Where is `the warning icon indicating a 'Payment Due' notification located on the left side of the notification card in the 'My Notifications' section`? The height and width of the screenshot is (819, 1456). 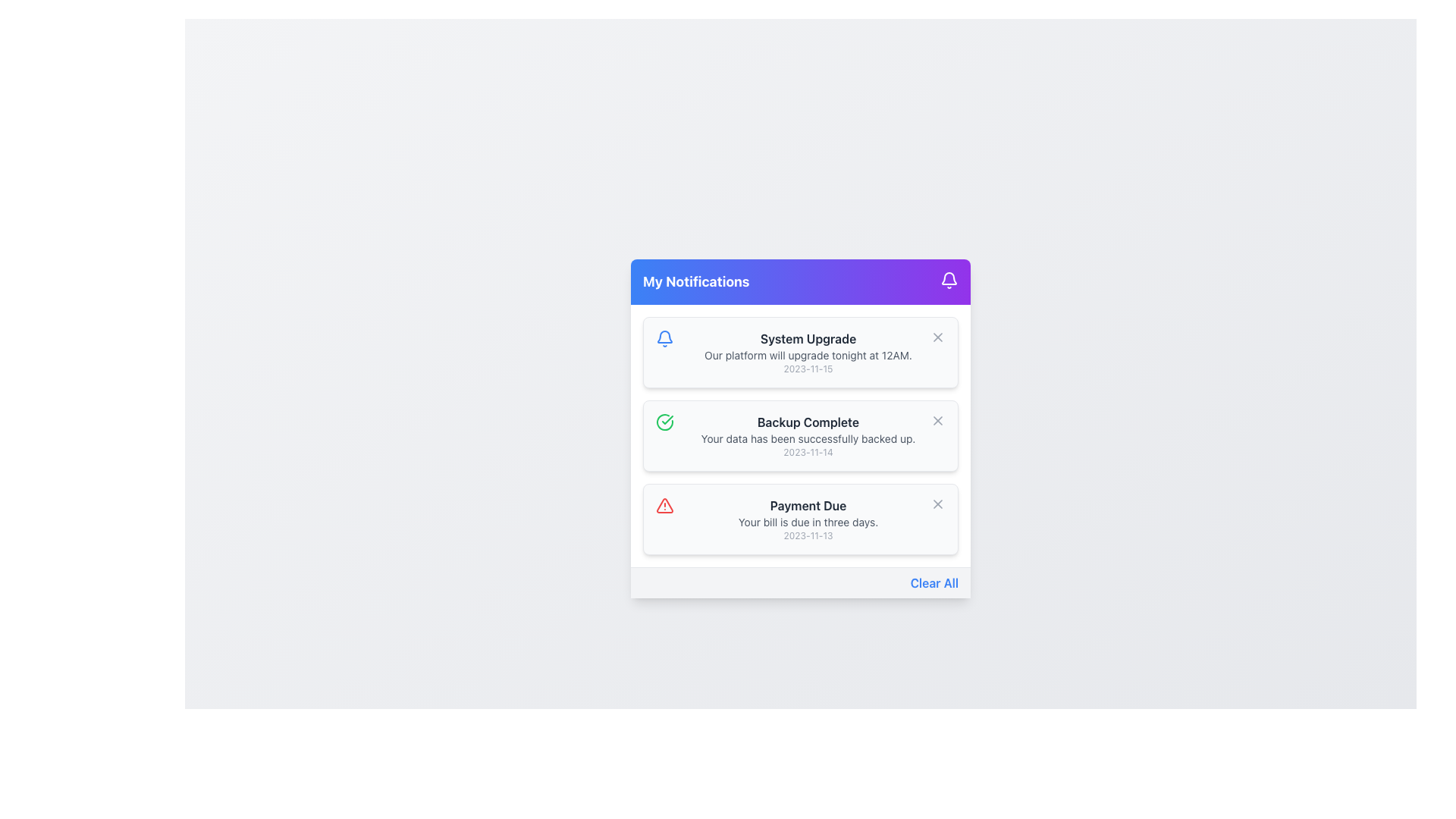 the warning icon indicating a 'Payment Due' notification located on the left side of the notification card in the 'My Notifications' section is located at coordinates (665, 505).